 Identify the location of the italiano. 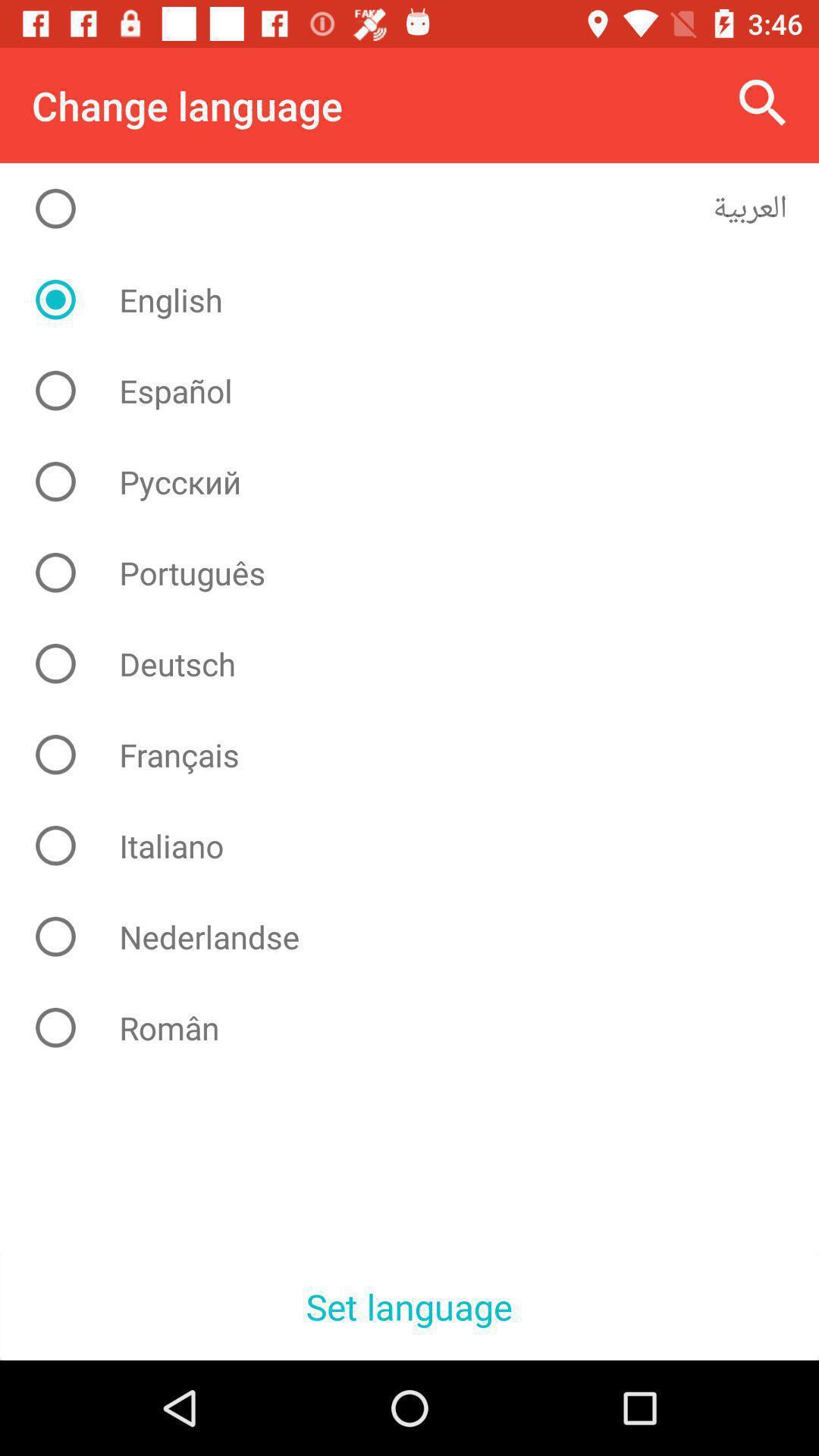
(421, 845).